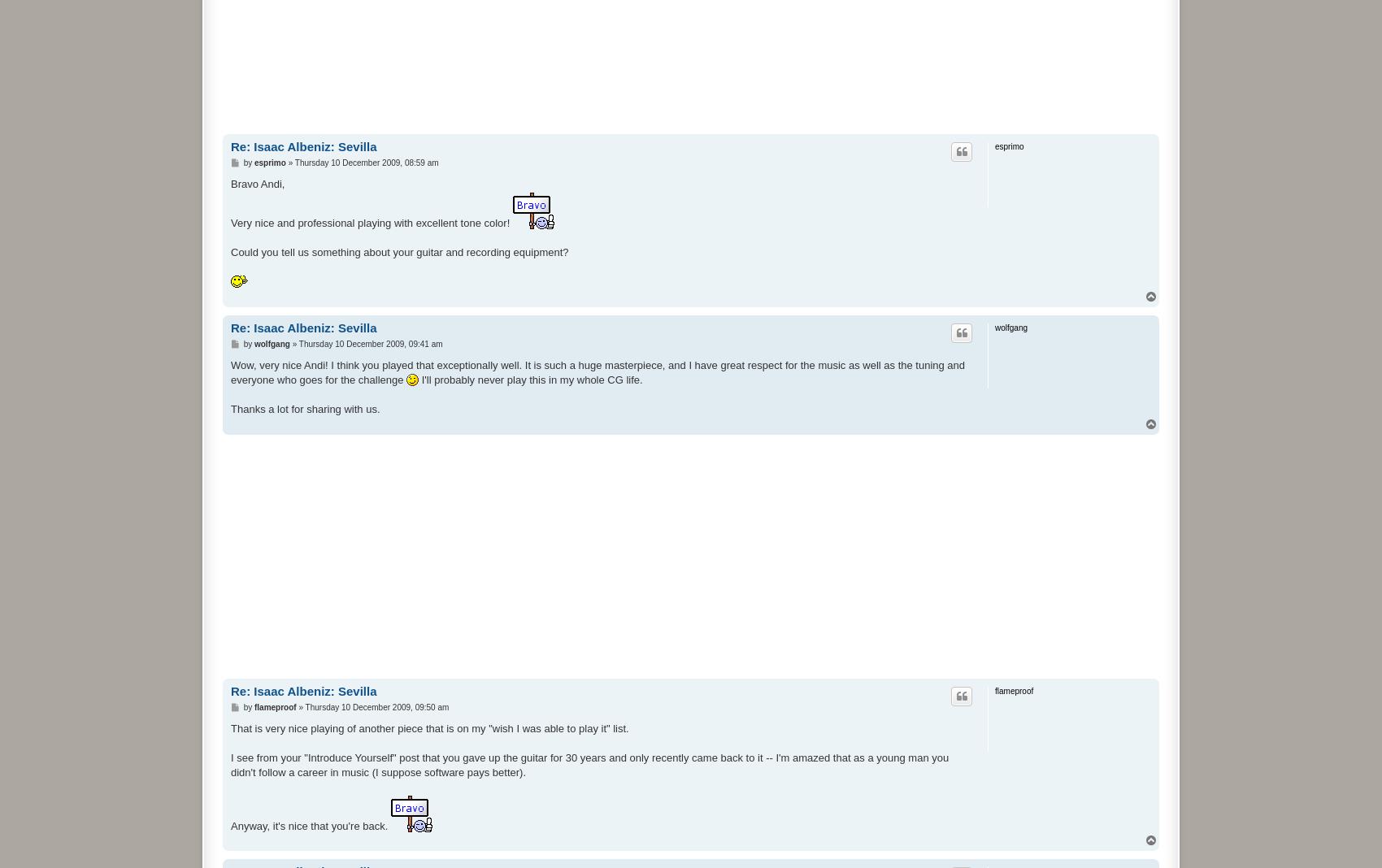 Image resolution: width=1382 pixels, height=868 pixels. What do you see at coordinates (371, 221) in the screenshot?
I see `'Very nice and professional playing with excellent tone color!'` at bounding box center [371, 221].